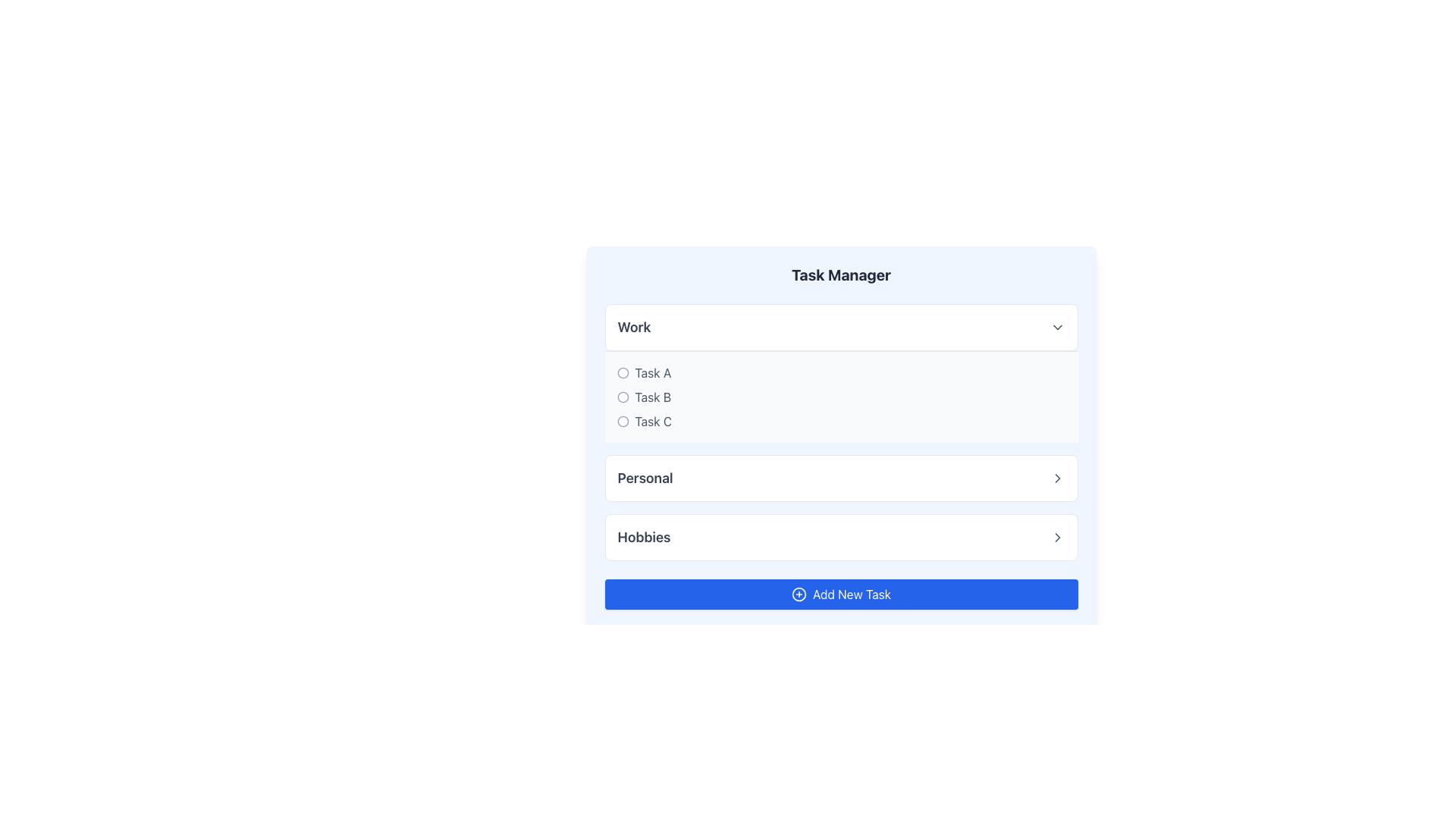 This screenshot has width=1456, height=819. I want to click on the circular icon representing the addition action inside the 'Add New Task' button by moving the cursor to its center, so click(798, 593).